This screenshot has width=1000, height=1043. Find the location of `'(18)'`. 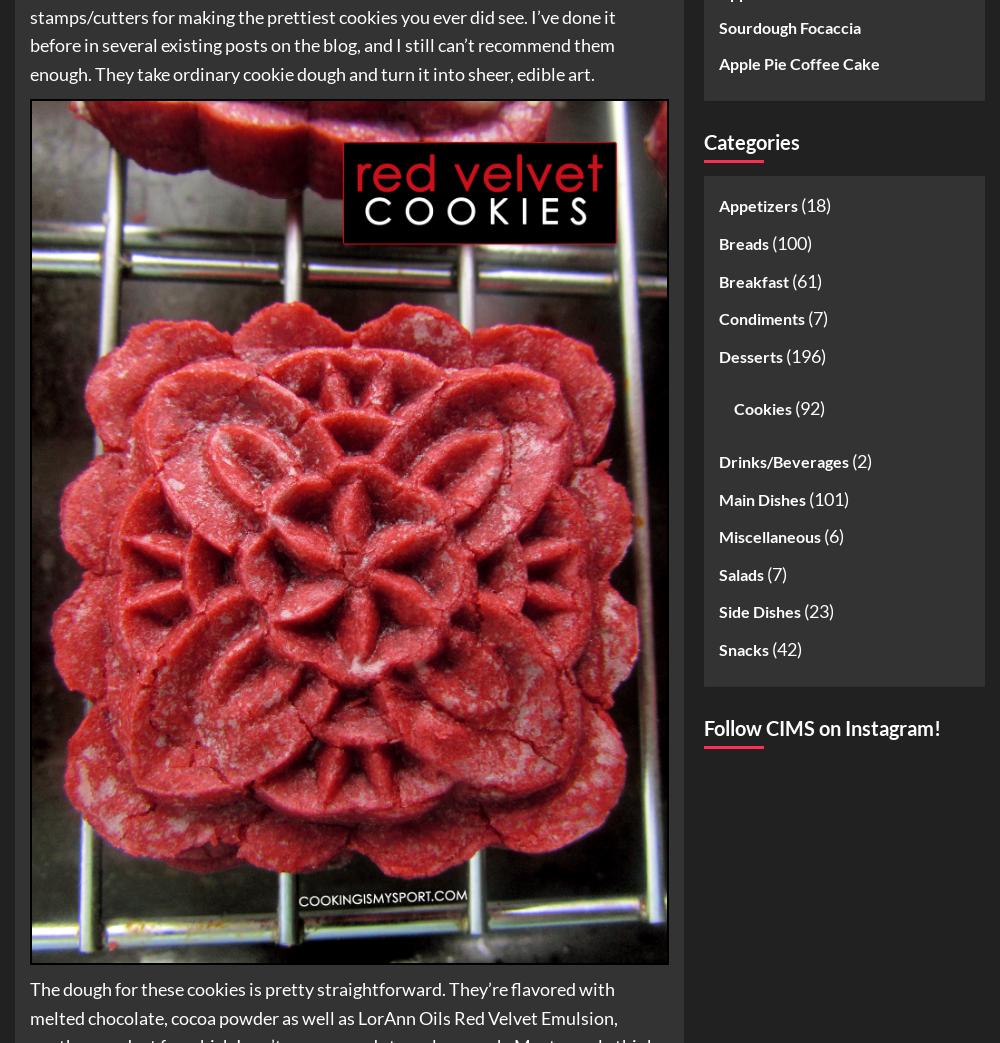

'(18)' is located at coordinates (813, 203).